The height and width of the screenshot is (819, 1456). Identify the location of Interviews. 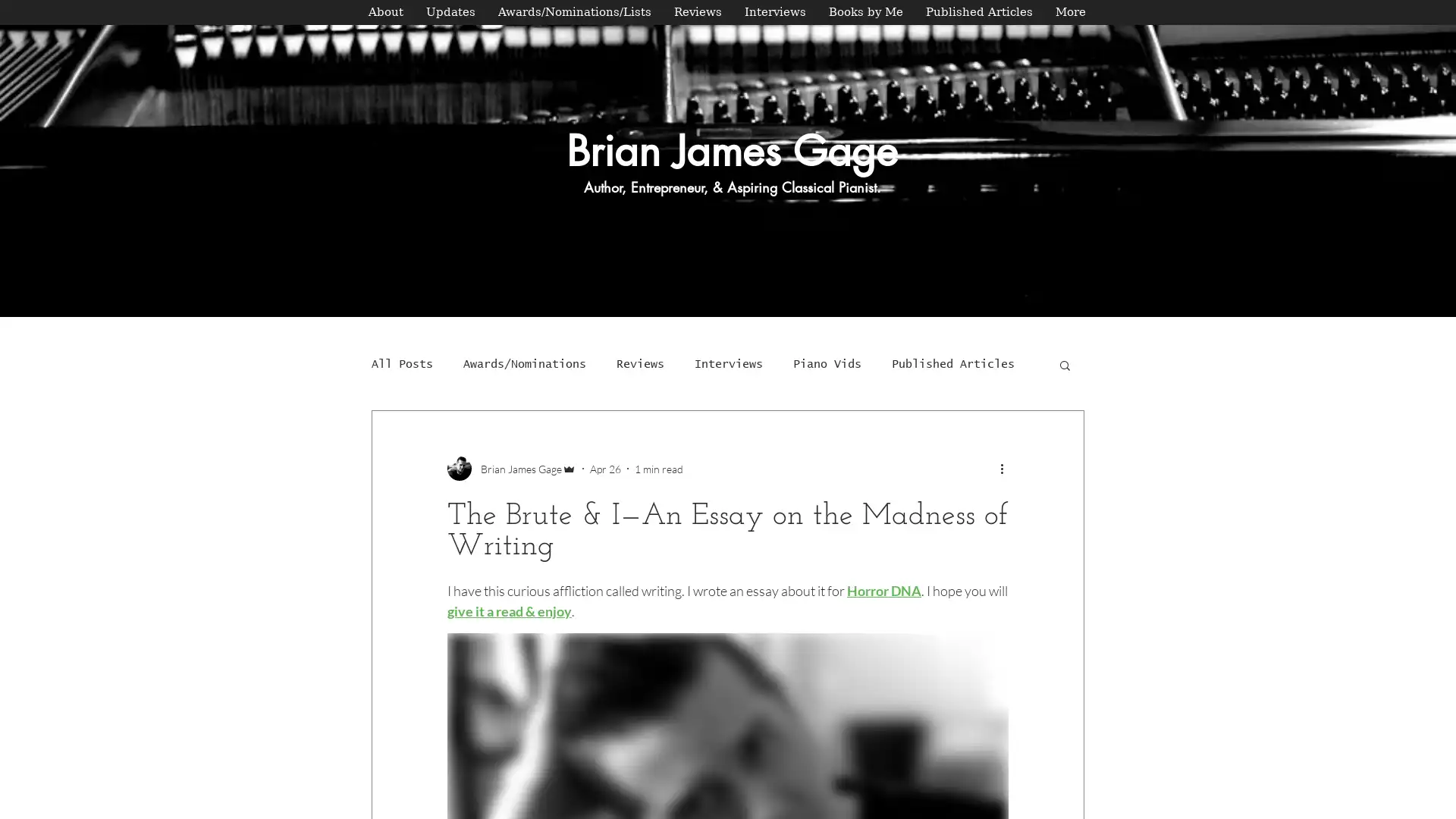
(728, 365).